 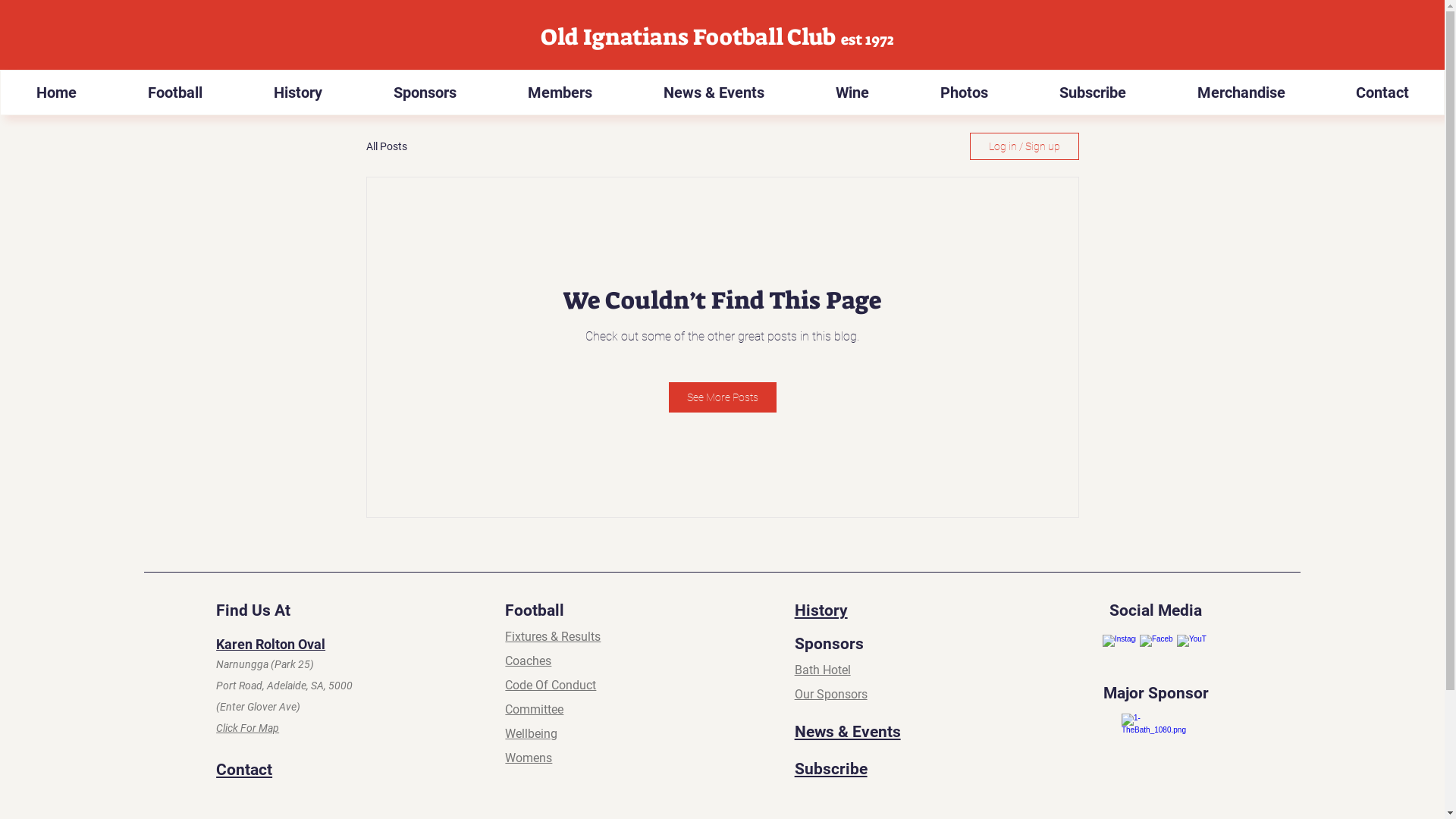 I want to click on 'Coaches', so click(x=528, y=660).